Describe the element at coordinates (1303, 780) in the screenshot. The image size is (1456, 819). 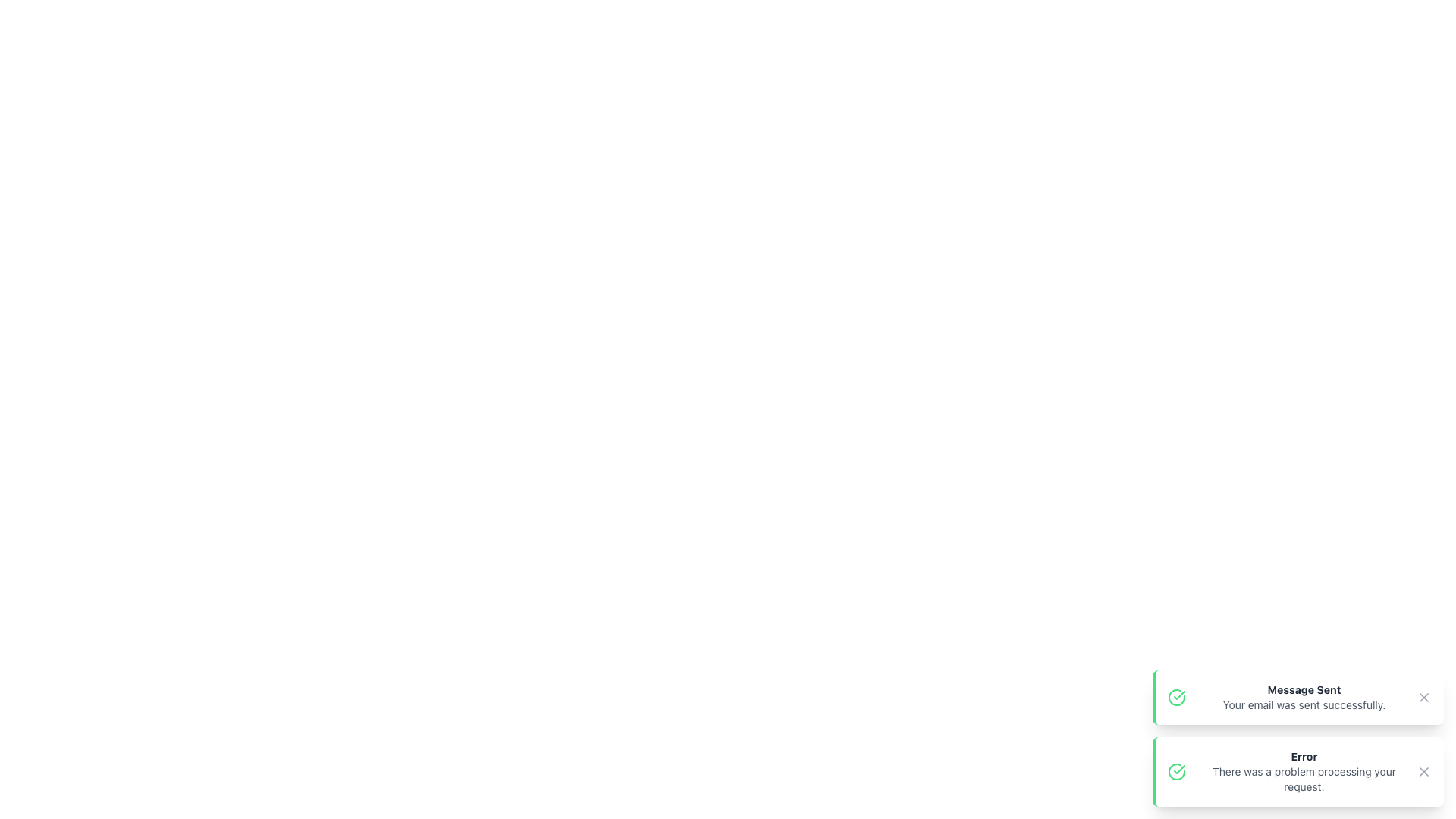
I see `the text label that reads 'There was a problem processing your request.' which is styled in gray and located below the 'Error' label in the notification block` at that location.